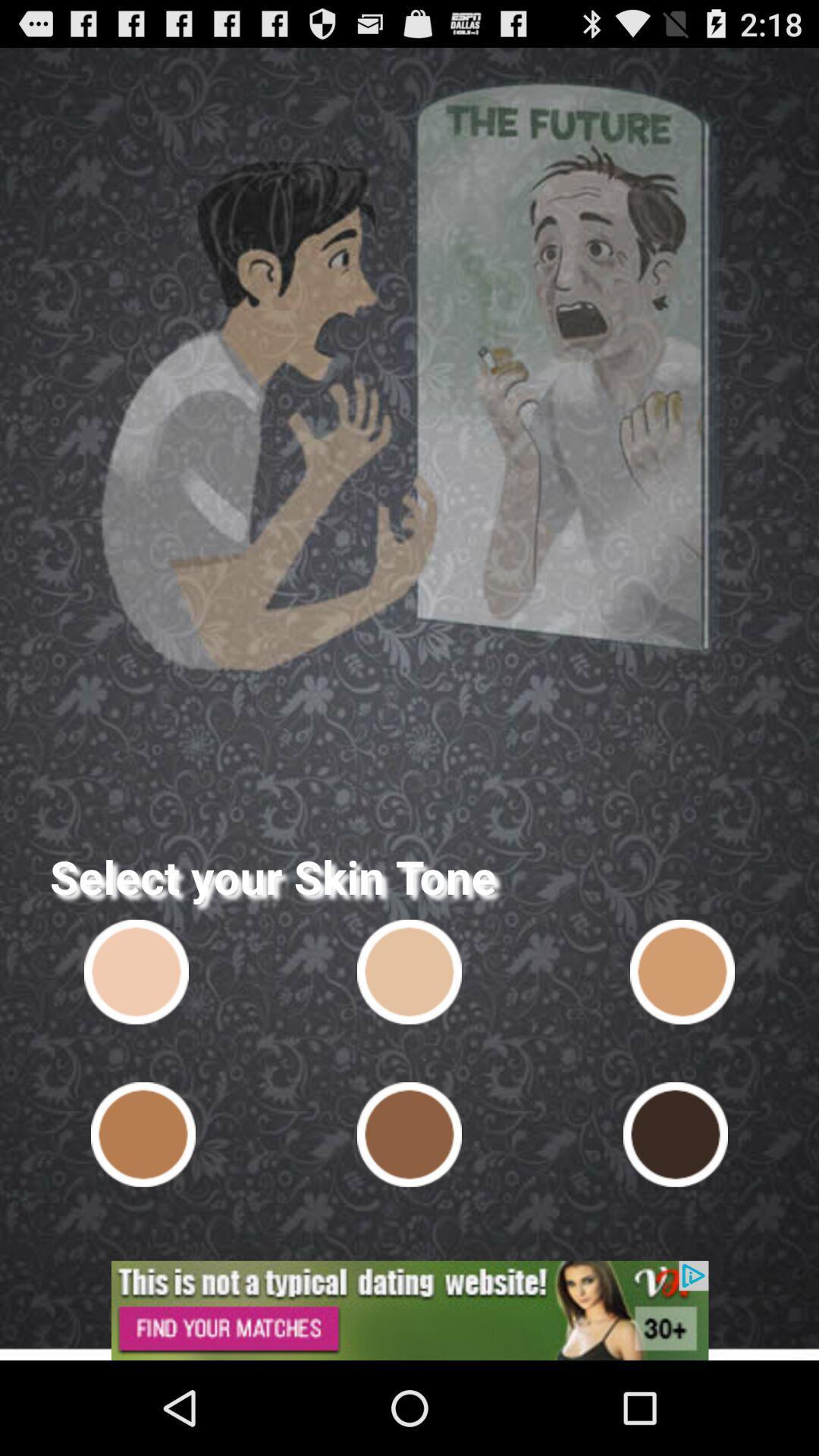  What do you see at coordinates (409, 1310) in the screenshot?
I see `see advertisement` at bounding box center [409, 1310].